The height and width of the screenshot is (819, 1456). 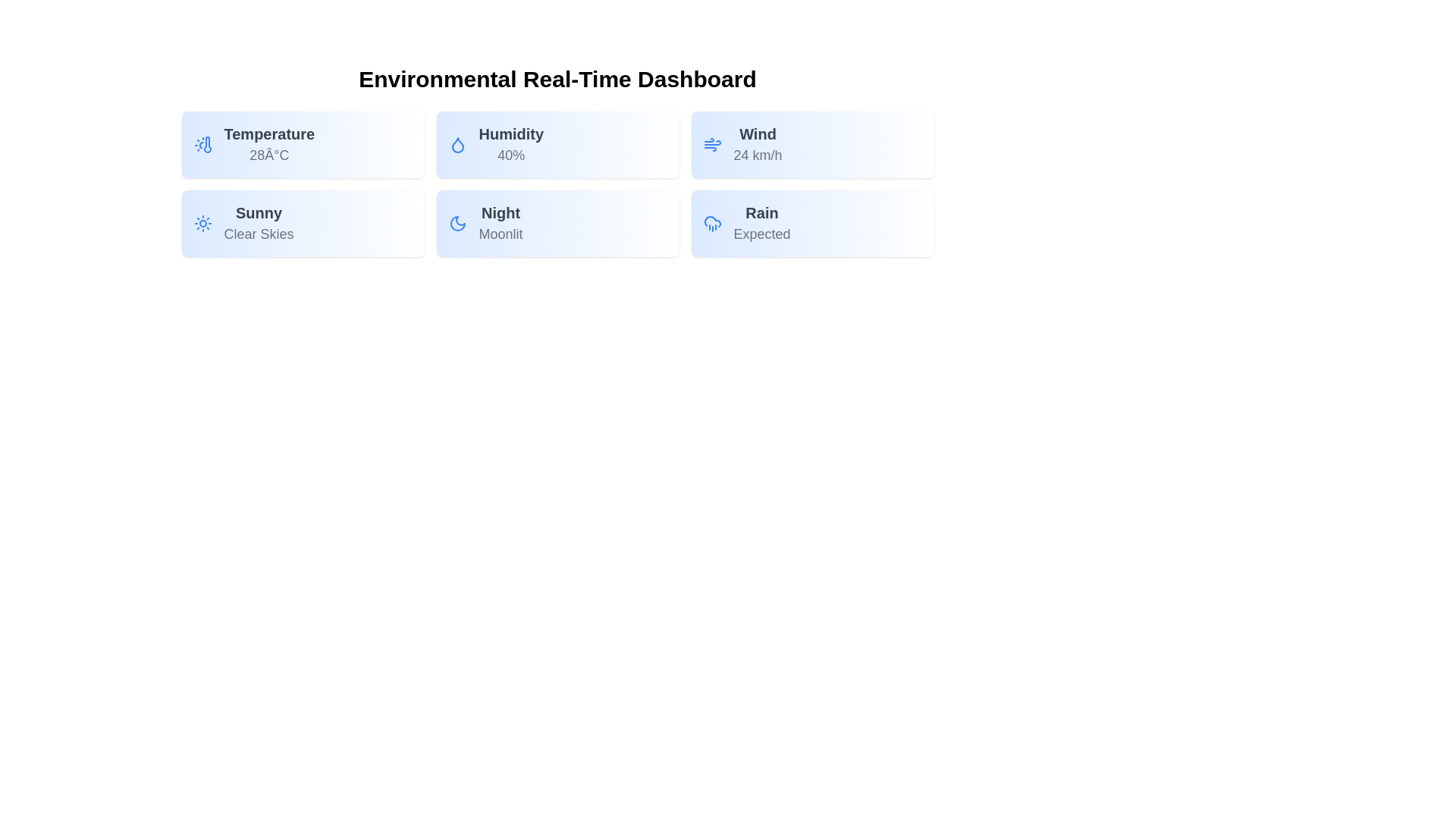 What do you see at coordinates (457, 145) in the screenshot?
I see `the humidity icon located in the top row, second column of the 'Humidity 40%' card, positioned to the left of the 'Humidity' label and percentage text` at bounding box center [457, 145].